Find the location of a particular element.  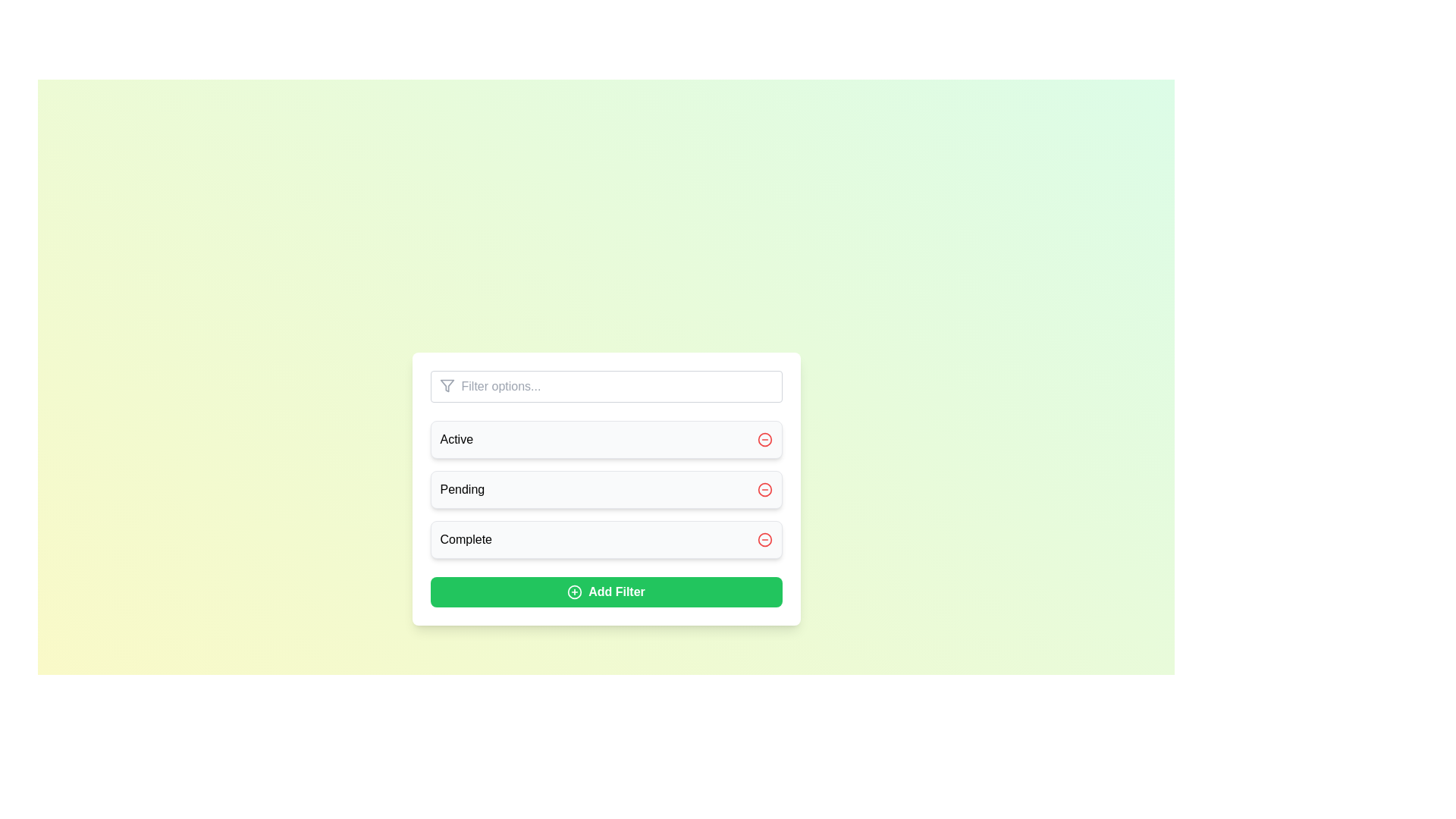

the text label indicating 'Pending', which is the second item in a vertical list of three items, positioned below 'Active' and above 'Complete' is located at coordinates (461, 489).